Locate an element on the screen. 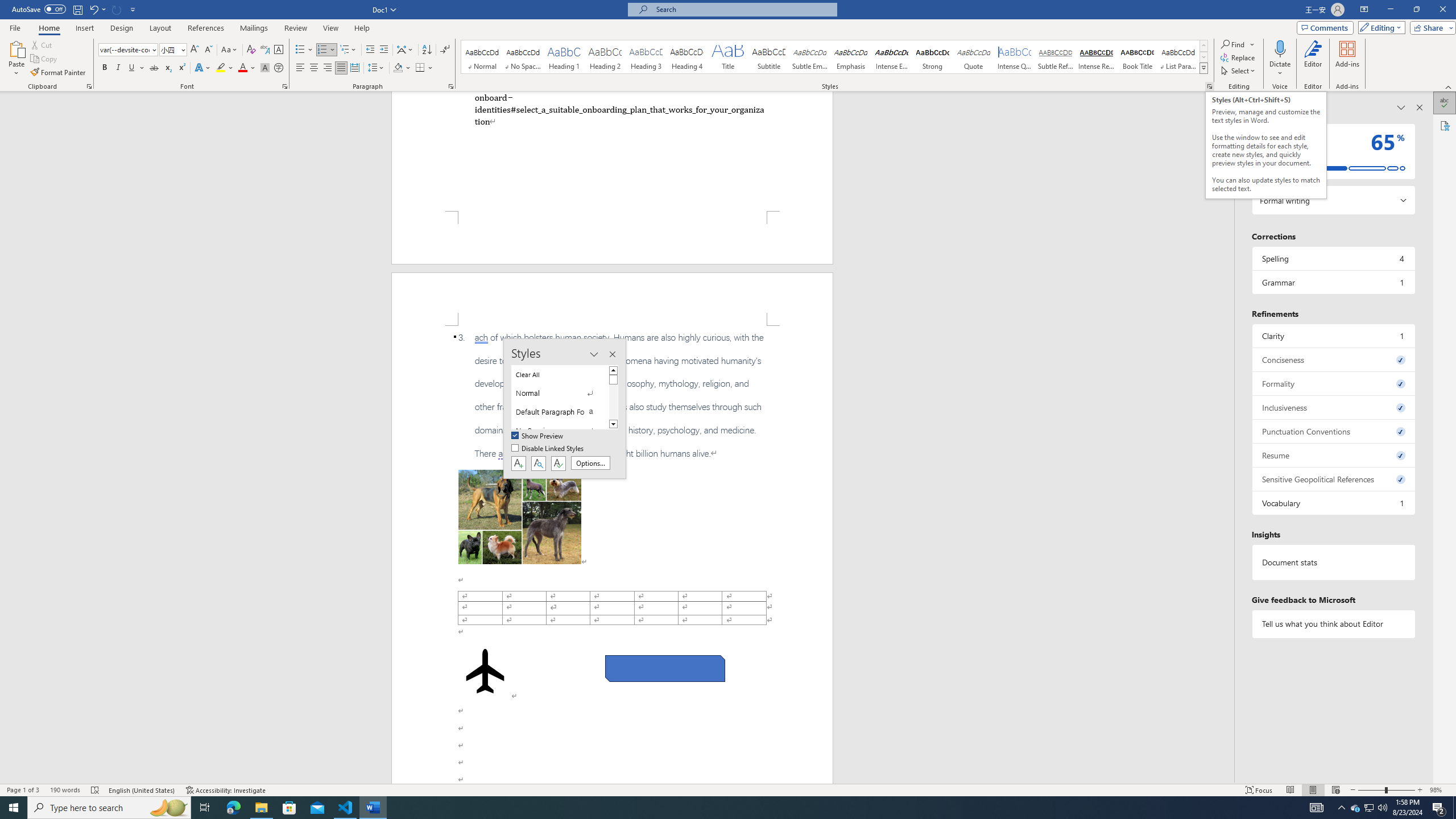 The width and height of the screenshot is (1456, 819). 'Change Case' is located at coordinates (229, 49).